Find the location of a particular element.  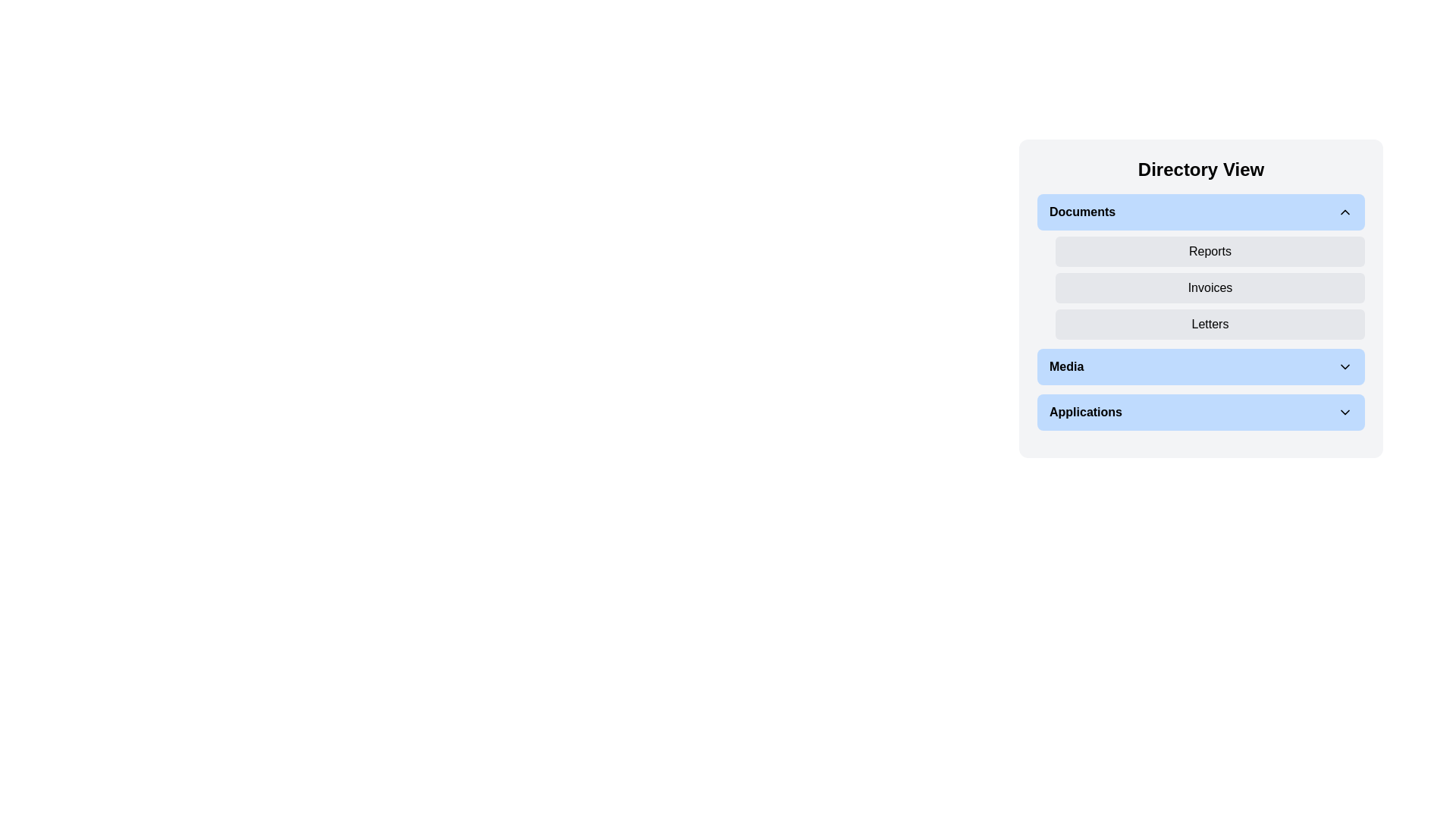

text label titled 'Media', which is positioned within a bar-like button with a light blue background, located under the 'Directory View' header is located at coordinates (1065, 366).